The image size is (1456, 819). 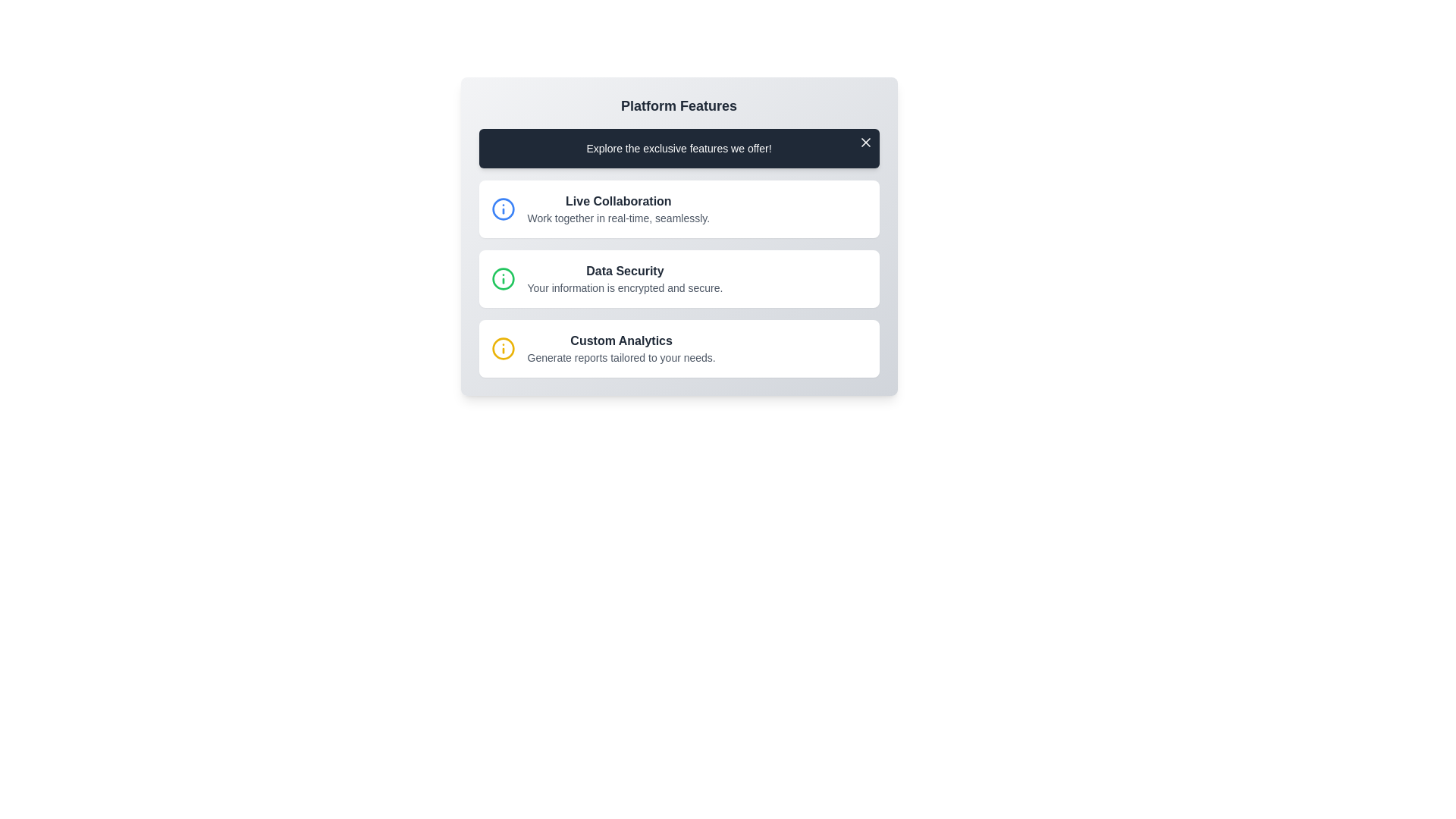 What do you see at coordinates (625, 271) in the screenshot?
I see `contents of the prominently styled text element "Data Security" that is bold and dark gray, located in the second feature block below the "Live Collaboration" title` at bounding box center [625, 271].